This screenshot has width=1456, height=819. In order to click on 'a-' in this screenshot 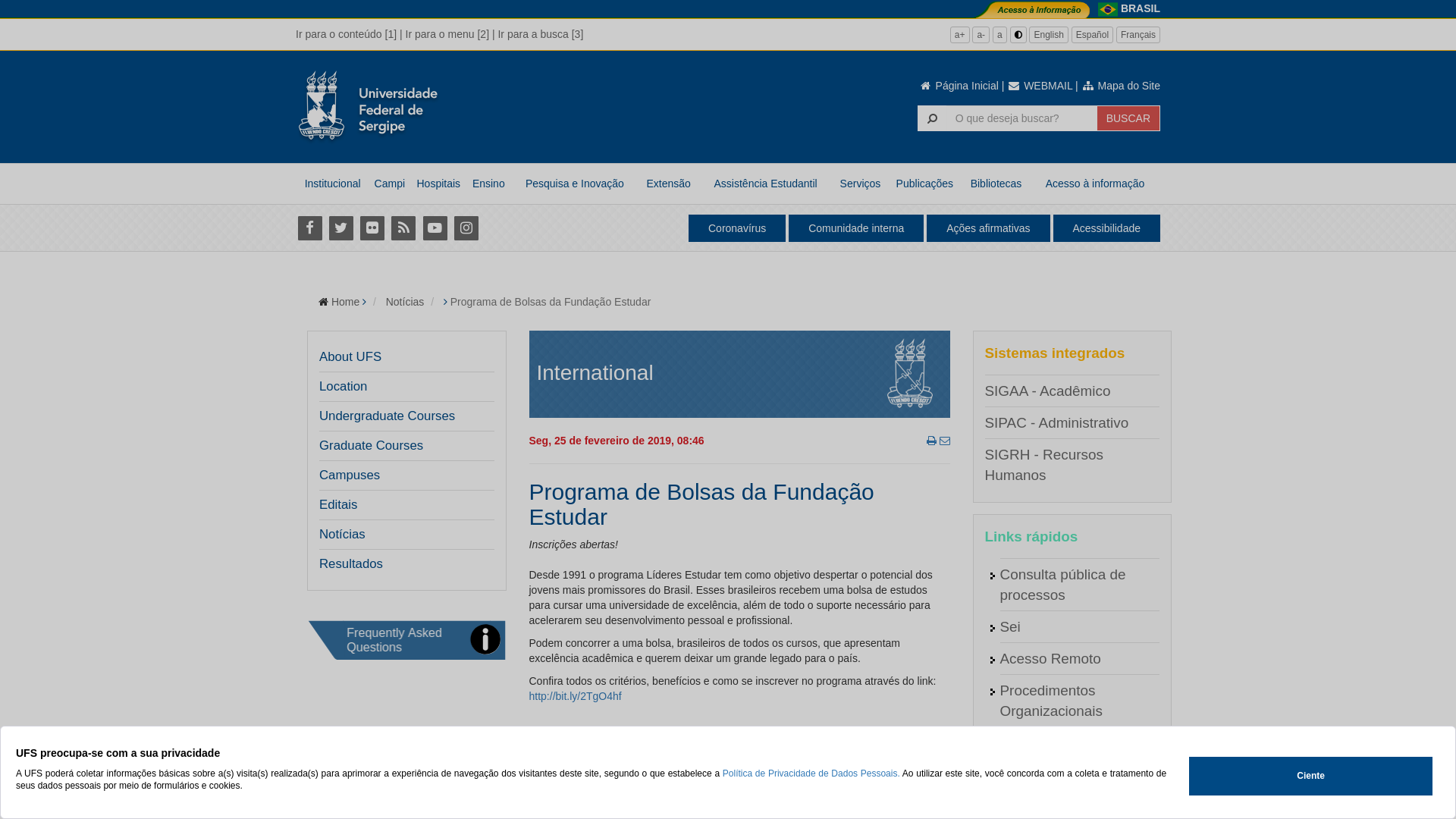, I will do `click(971, 34)`.